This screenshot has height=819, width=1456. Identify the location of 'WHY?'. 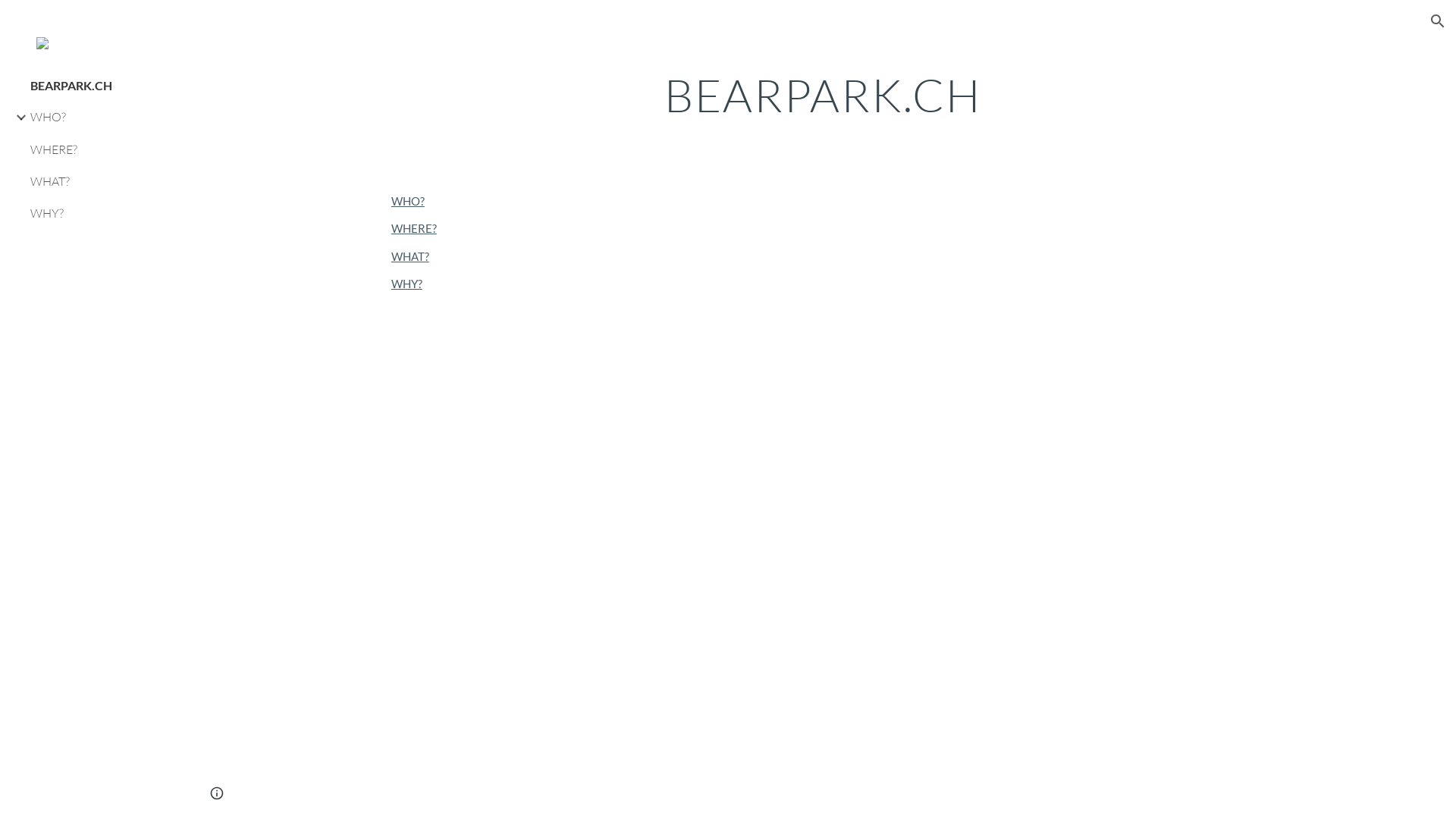
(103, 213).